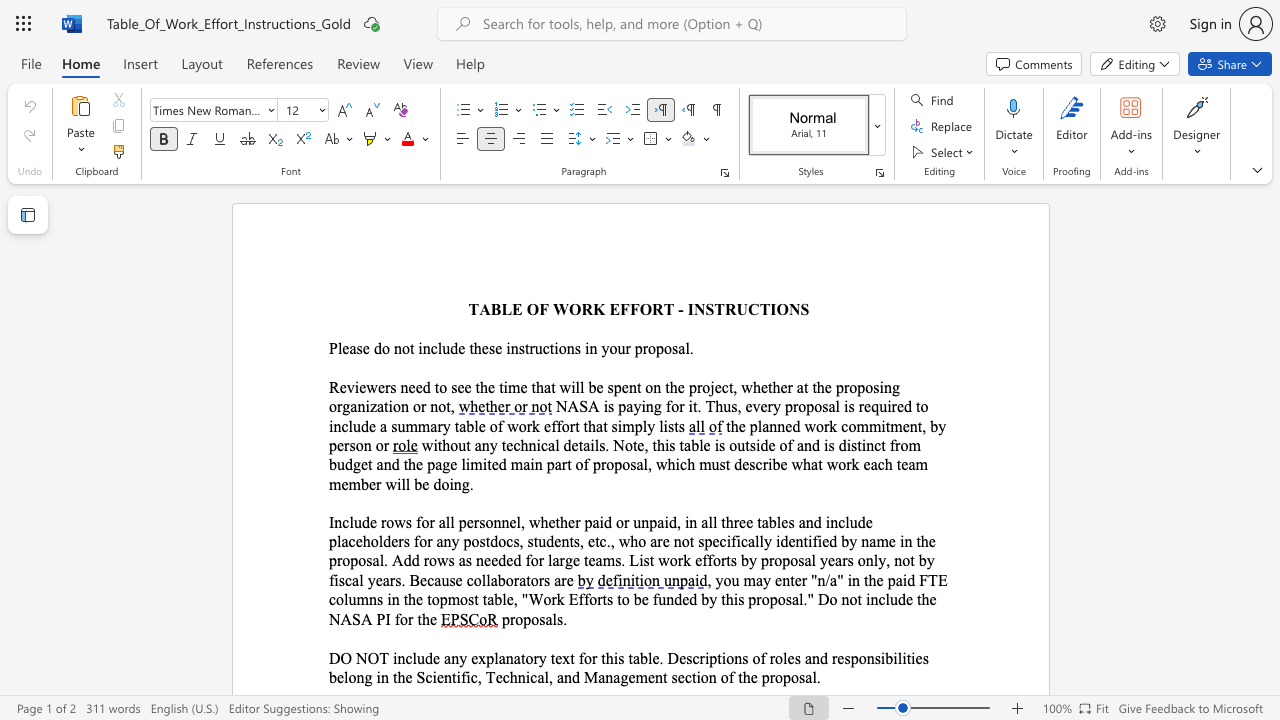 This screenshot has width=1280, height=720. Describe the element at coordinates (523, 618) in the screenshot. I see `the subset text "po" within the text "proposals."` at that location.